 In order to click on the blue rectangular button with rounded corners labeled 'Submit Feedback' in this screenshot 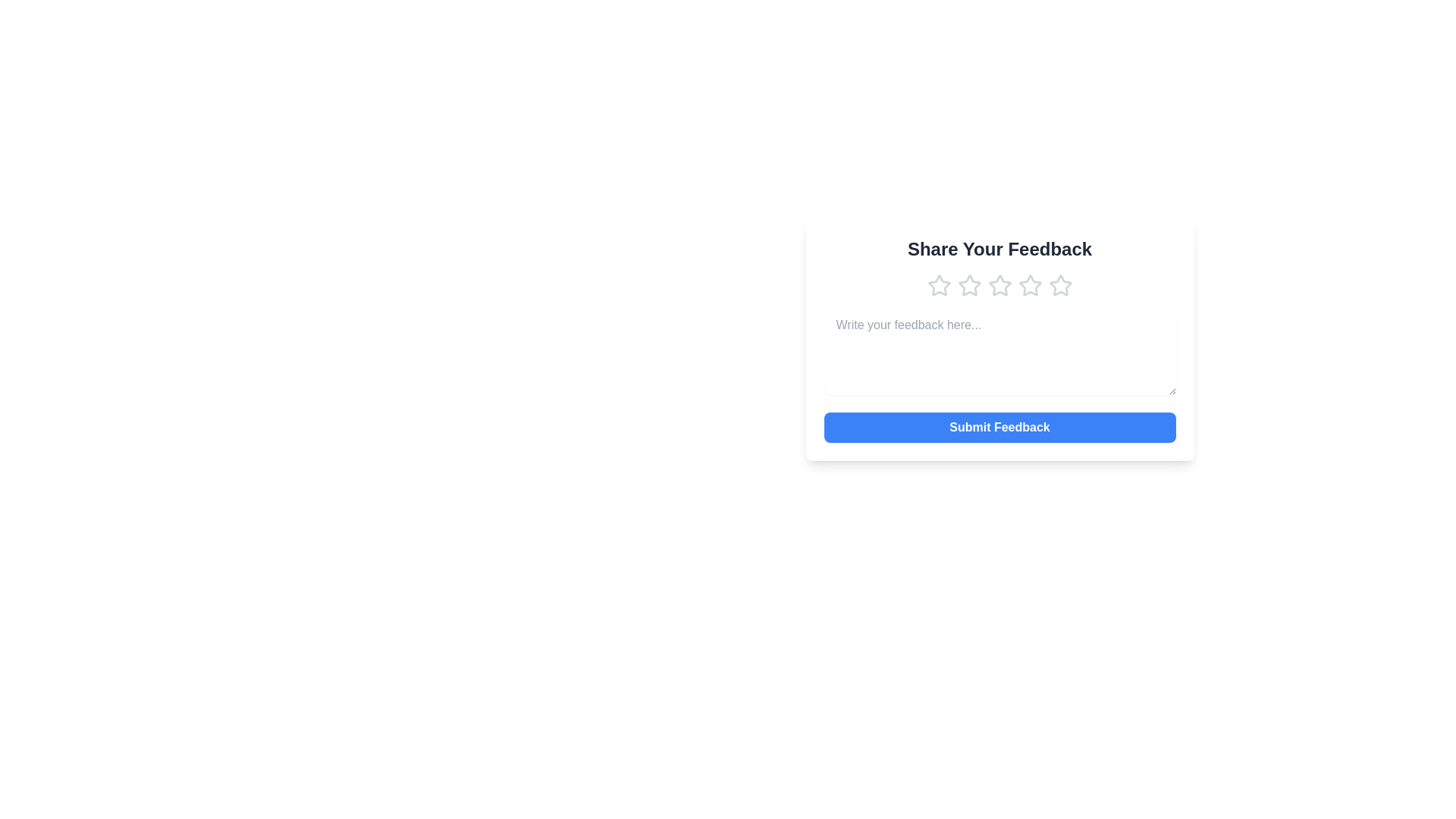, I will do `click(999, 427)`.